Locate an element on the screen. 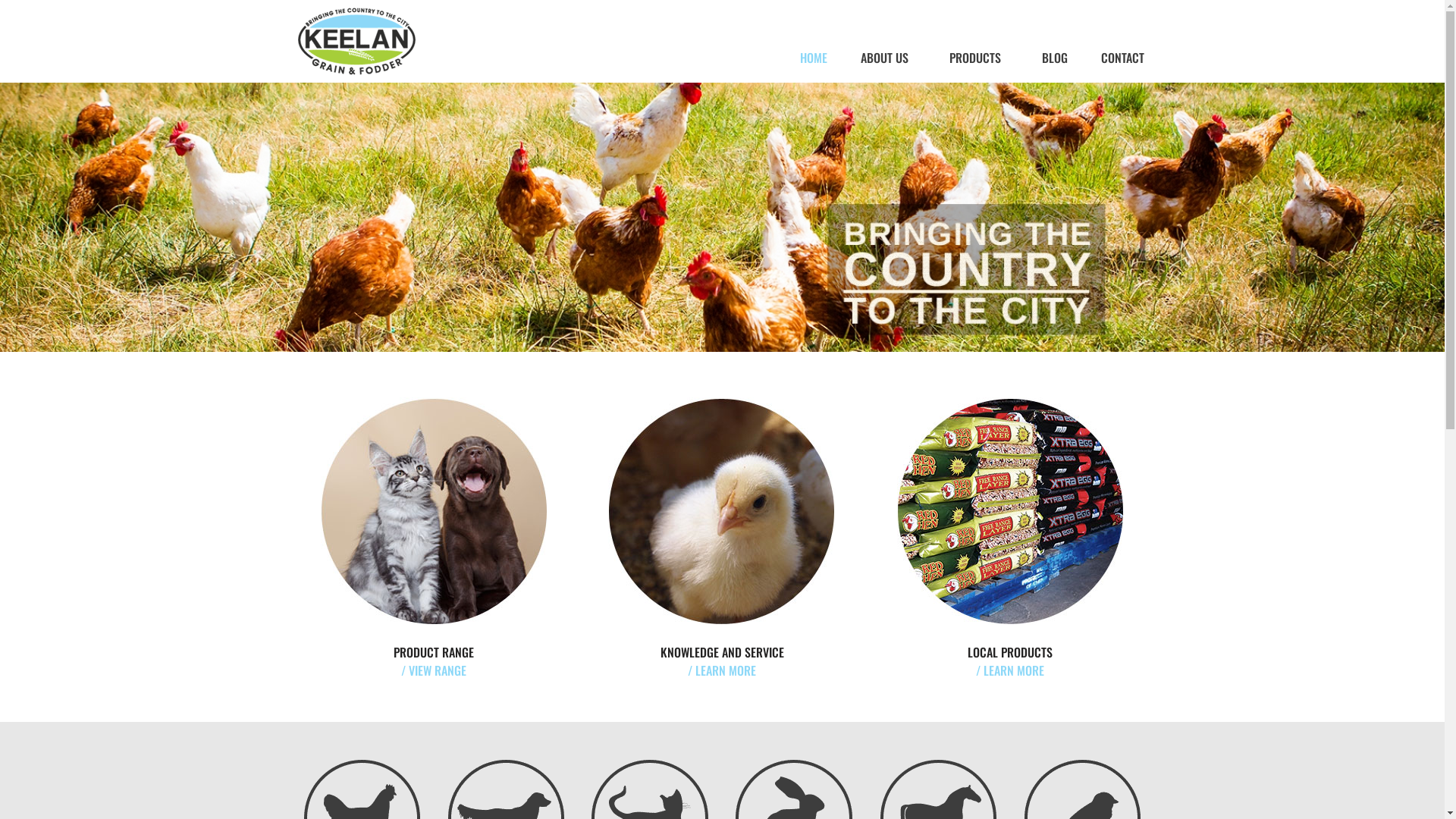  'ABOUT US' is located at coordinates (860, 57).